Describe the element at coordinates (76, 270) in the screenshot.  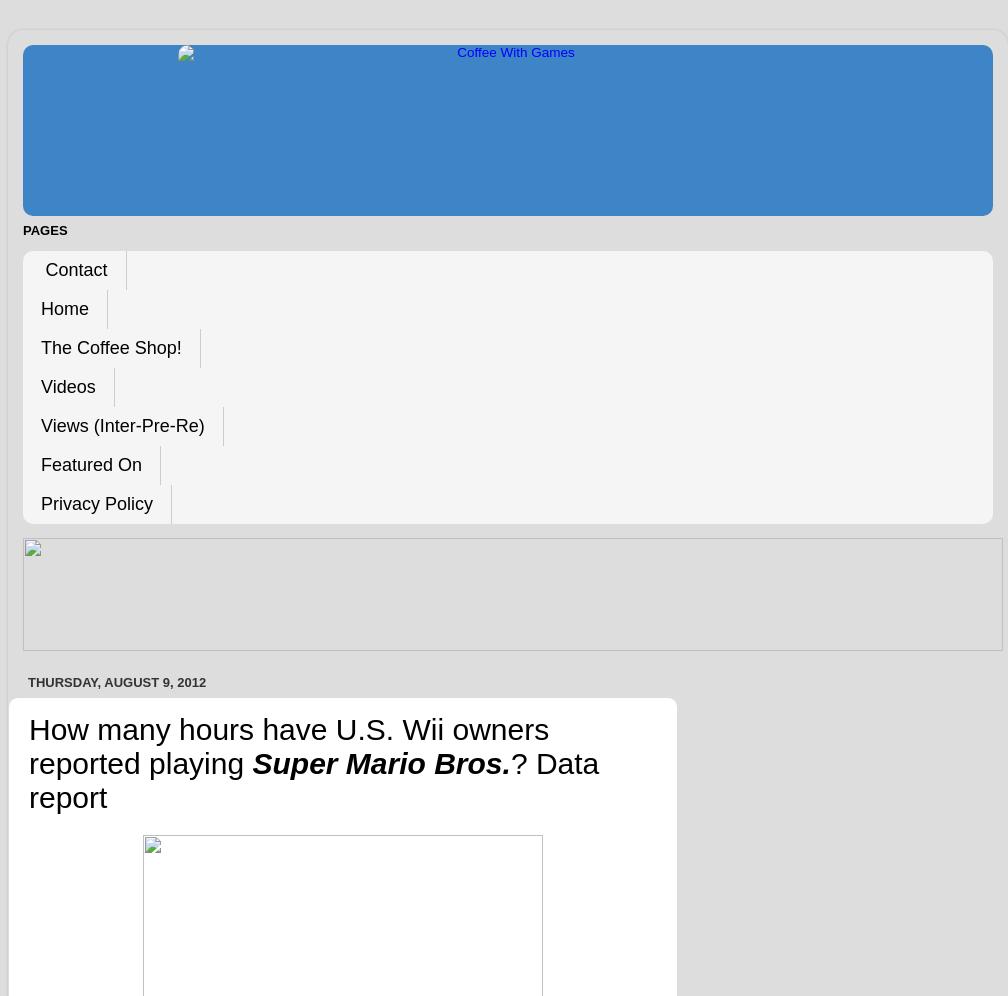
I see `'Contact'` at that location.